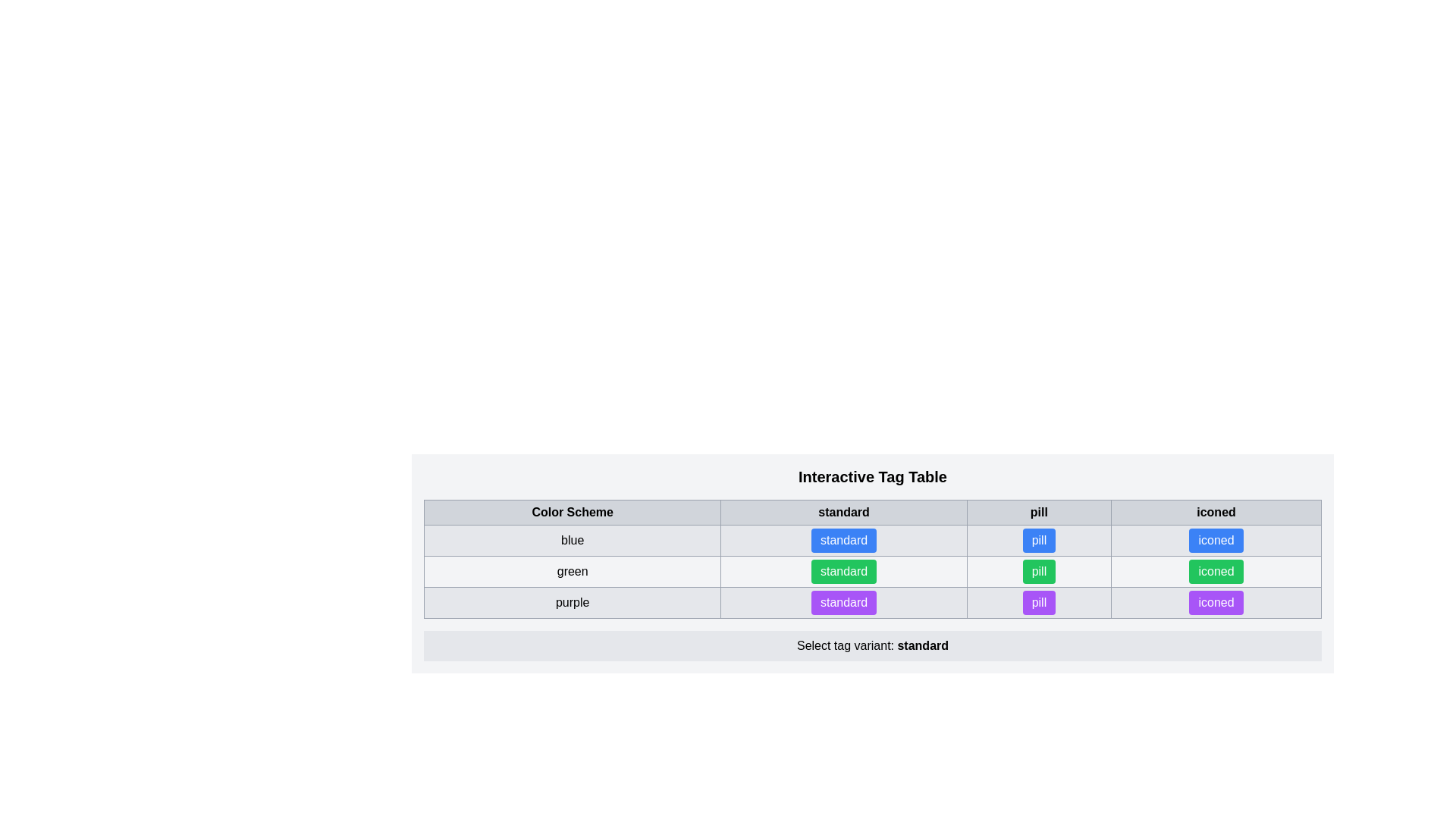 This screenshot has width=1456, height=819. I want to click on the third button in the row labeled 'blue' under the column titled 'standard', so click(873, 540).